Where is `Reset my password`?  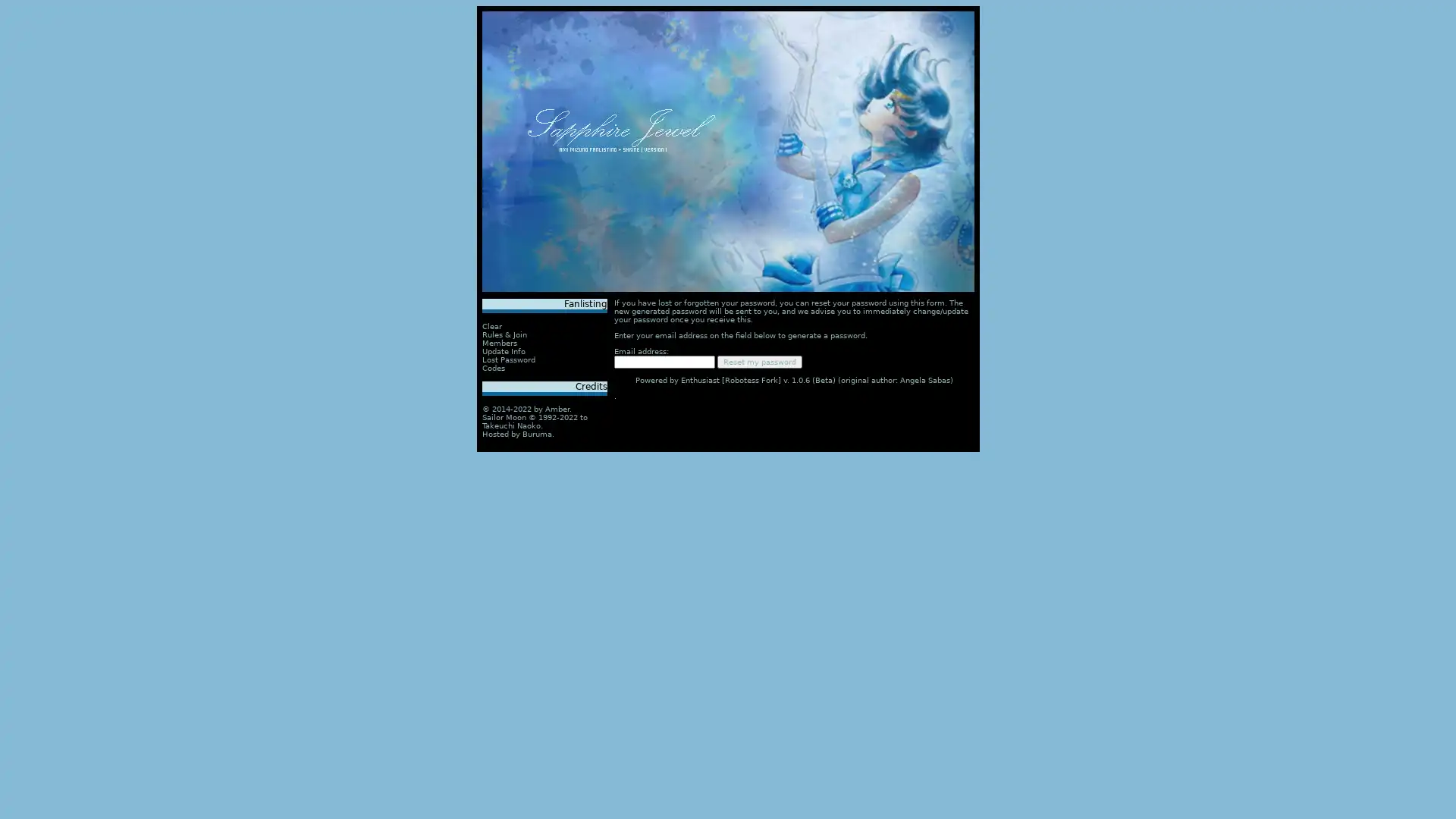 Reset my password is located at coordinates (760, 362).